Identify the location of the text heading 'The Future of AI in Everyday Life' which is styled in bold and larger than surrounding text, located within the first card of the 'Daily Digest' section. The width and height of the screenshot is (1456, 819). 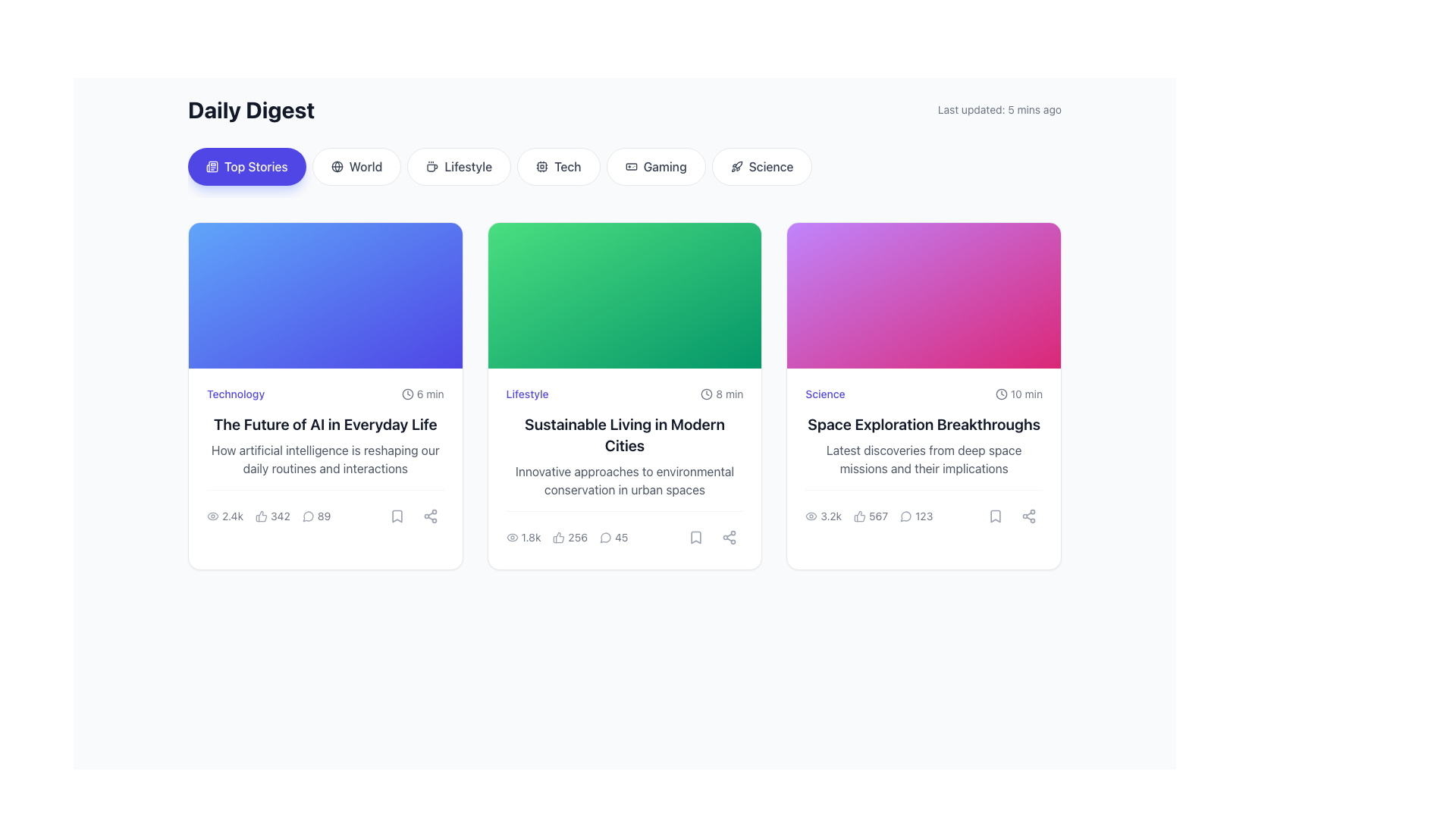
(325, 424).